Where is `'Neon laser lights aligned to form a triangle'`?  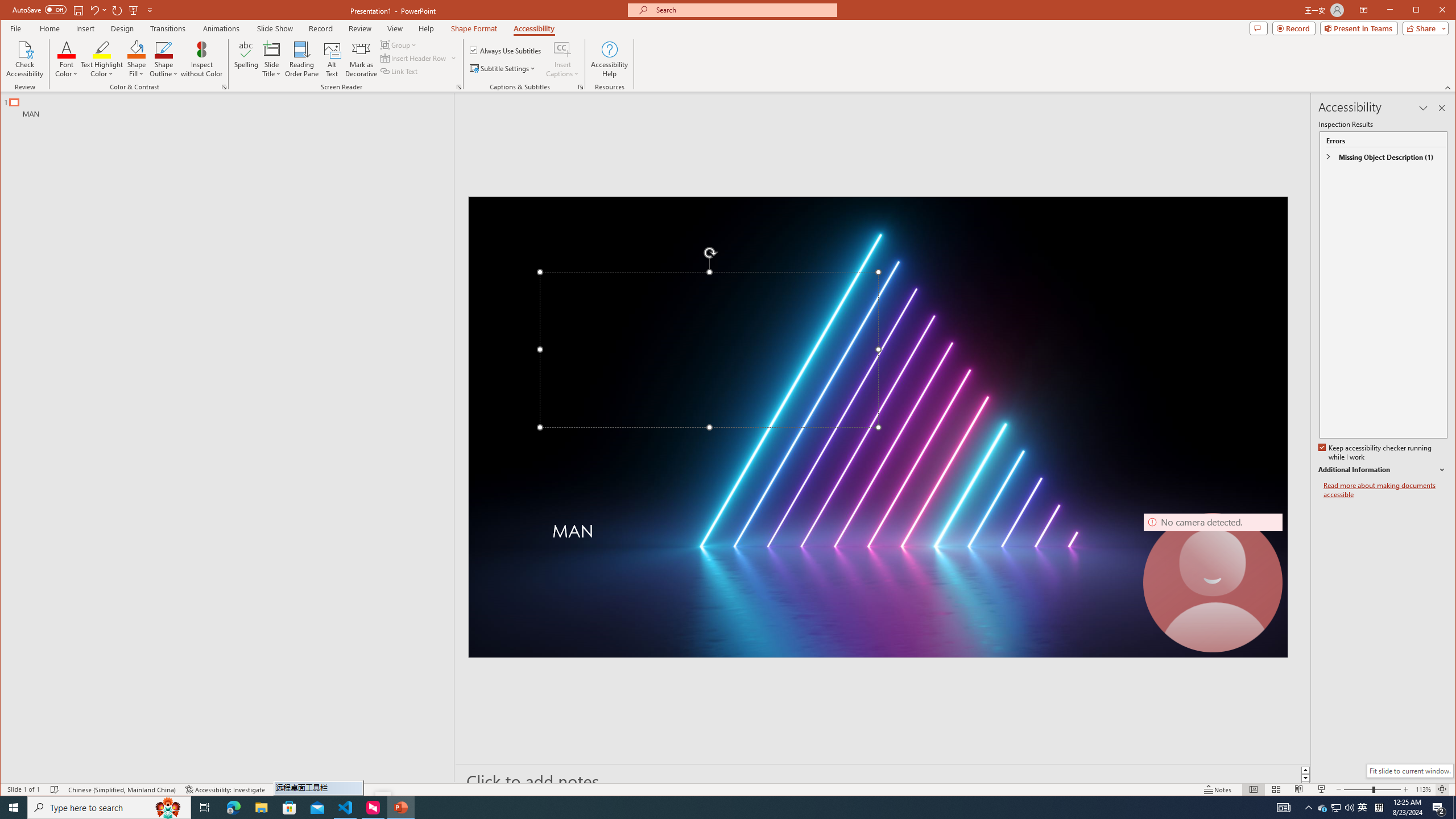
'Neon laser lights aligned to form a triangle' is located at coordinates (877, 427).